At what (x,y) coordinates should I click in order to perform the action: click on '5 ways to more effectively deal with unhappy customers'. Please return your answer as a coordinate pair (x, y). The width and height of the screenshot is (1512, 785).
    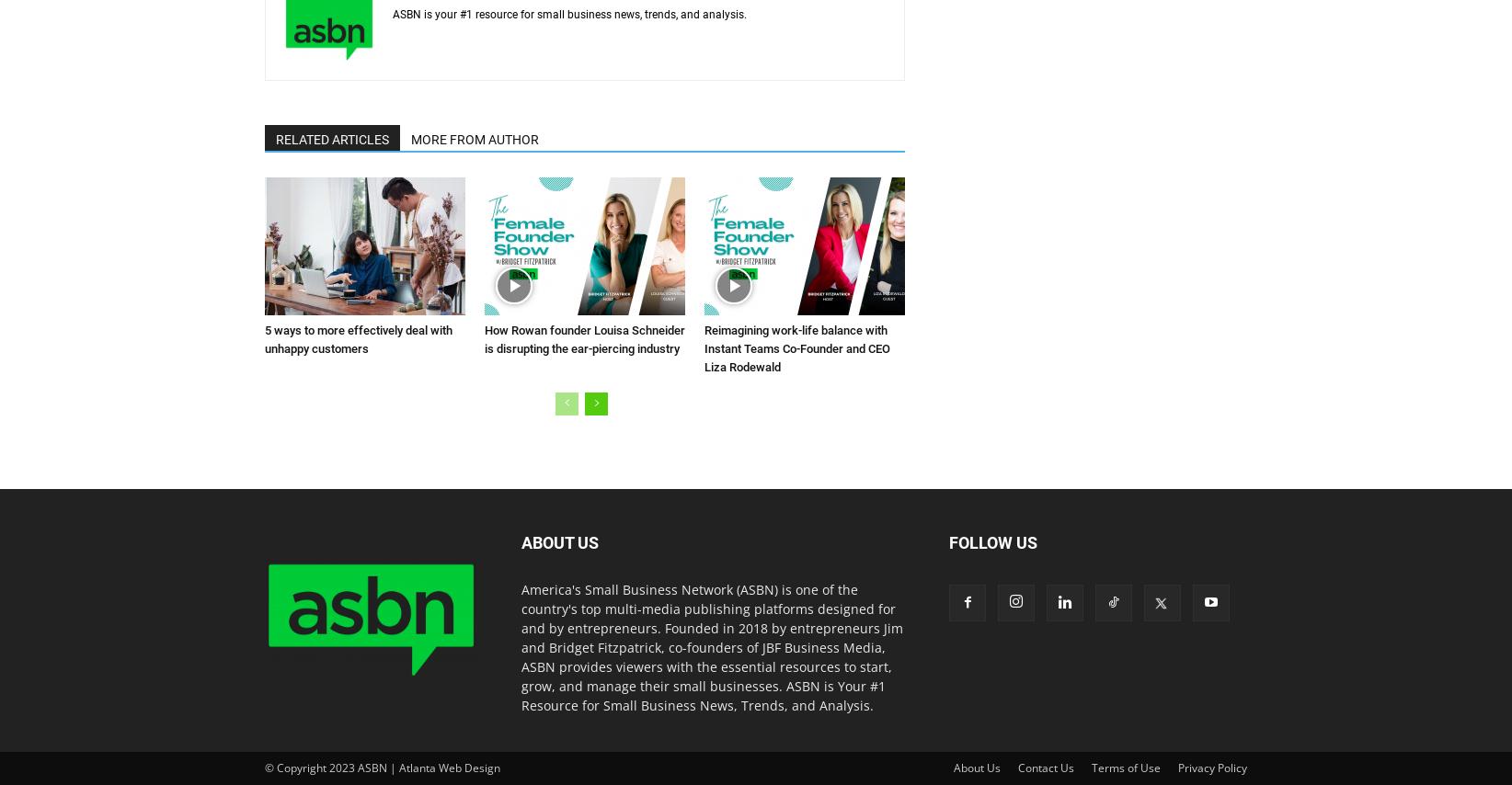
    Looking at the image, I should click on (357, 338).